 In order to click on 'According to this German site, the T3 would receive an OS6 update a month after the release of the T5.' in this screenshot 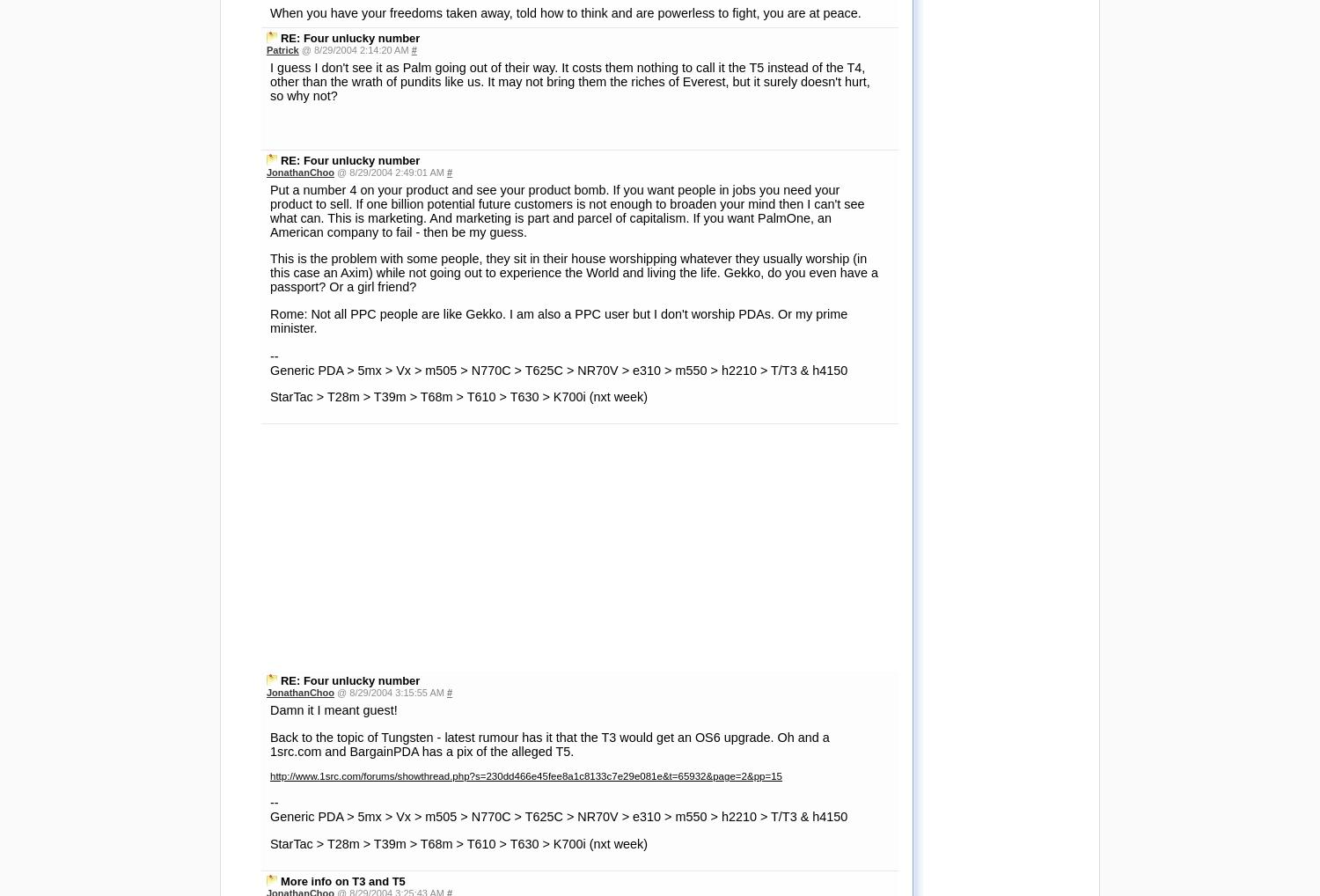, I will do `click(270, 440)`.